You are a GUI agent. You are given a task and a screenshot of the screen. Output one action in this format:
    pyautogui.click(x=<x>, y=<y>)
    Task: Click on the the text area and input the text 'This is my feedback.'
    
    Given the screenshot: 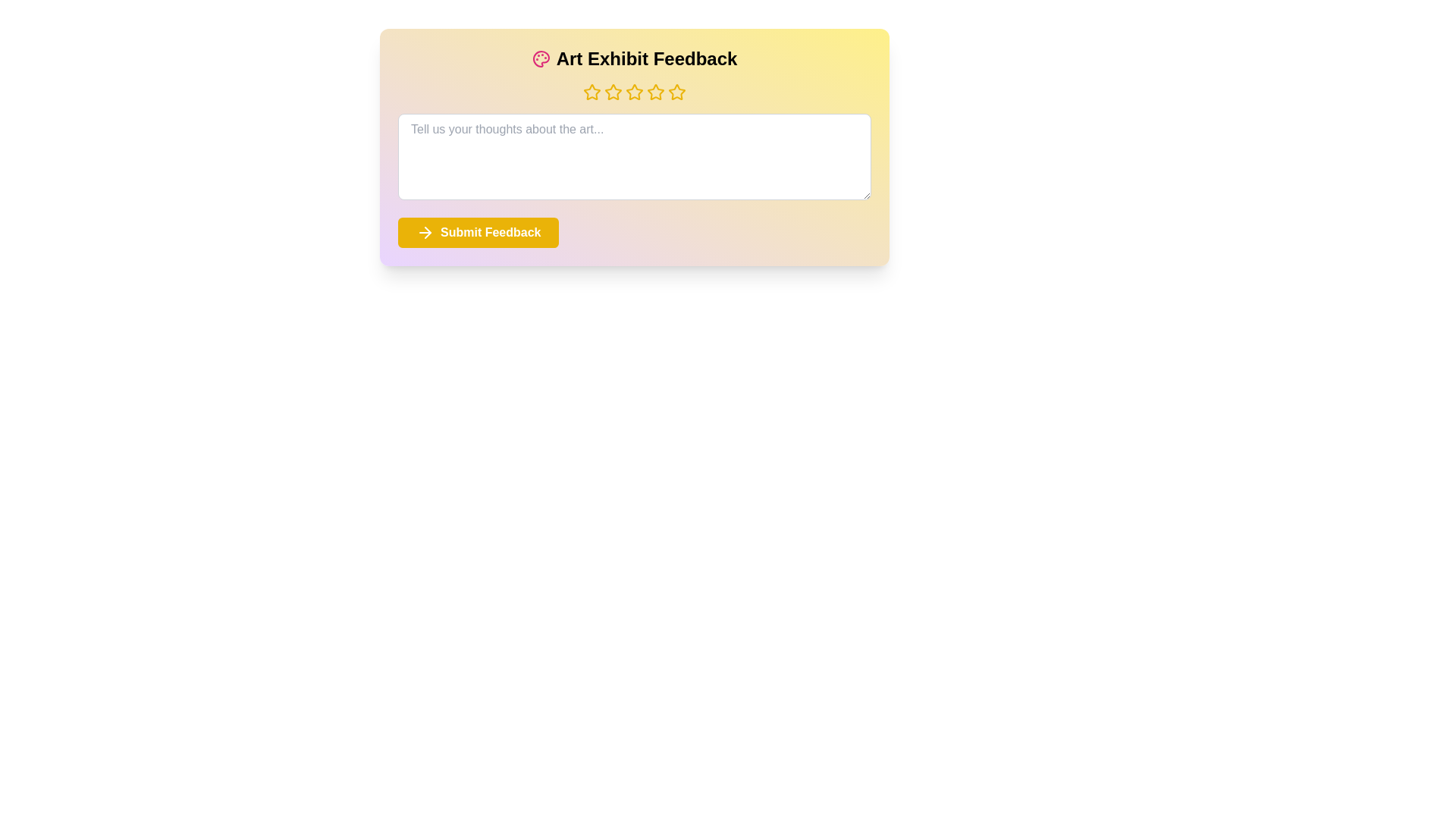 What is the action you would take?
    pyautogui.click(x=634, y=157)
    